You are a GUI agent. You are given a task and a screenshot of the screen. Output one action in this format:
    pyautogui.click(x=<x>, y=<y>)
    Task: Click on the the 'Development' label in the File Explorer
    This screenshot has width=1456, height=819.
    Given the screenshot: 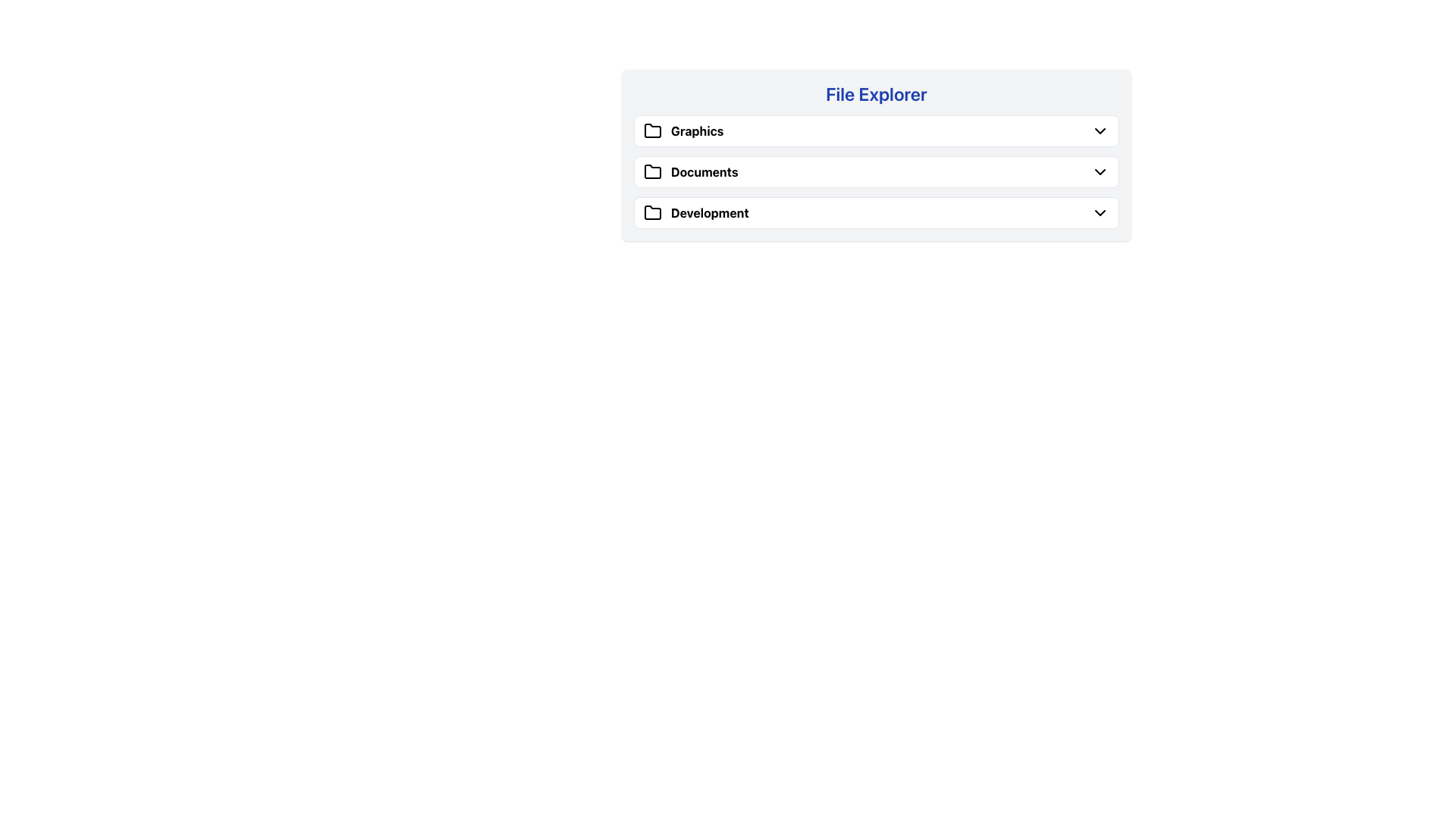 What is the action you would take?
    pyautogui.click(x=695, y=213)
    